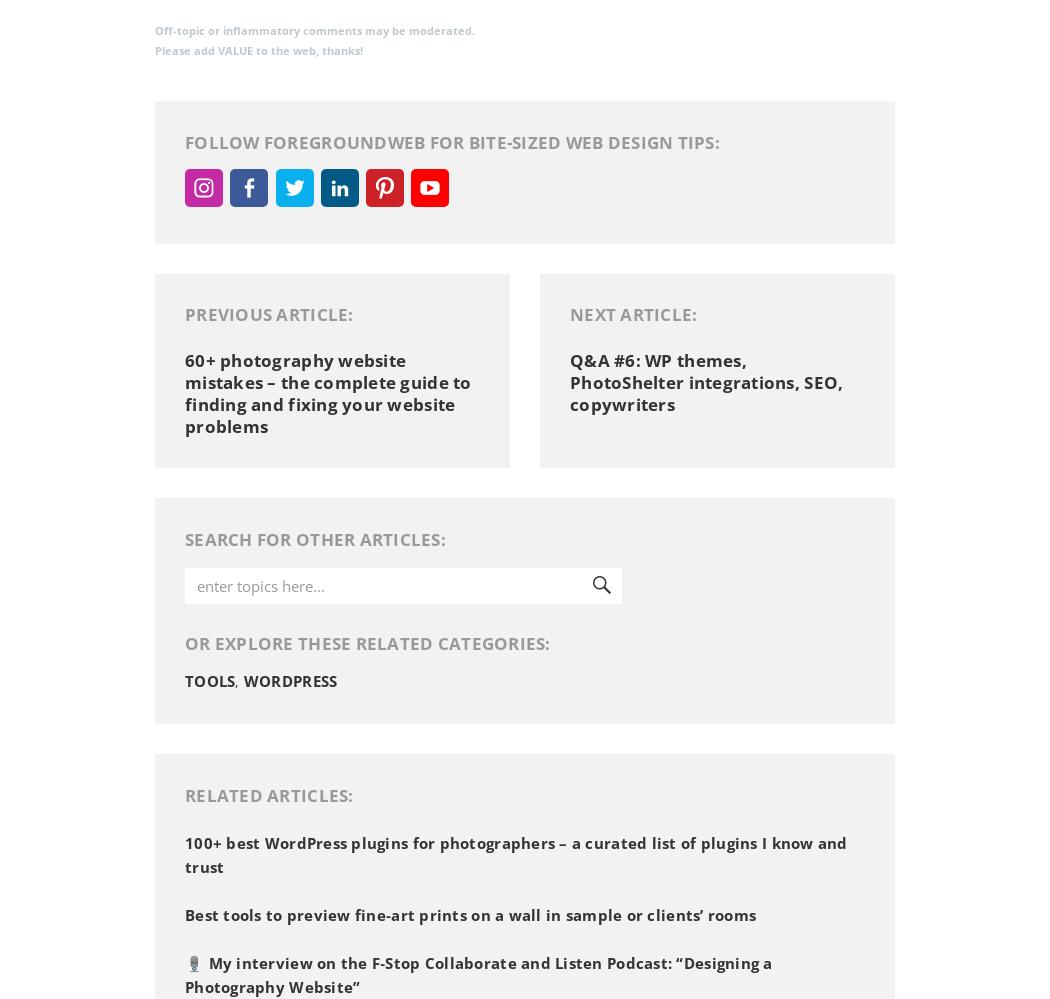 This screenshot has height=999, width=1050. What do you see at coordinates (514, 854) in the screenshot?
I see `'100+ best WordPress plugins for photographers – a curated list of plugins I know and trust'` at bounding box center [514, 854].